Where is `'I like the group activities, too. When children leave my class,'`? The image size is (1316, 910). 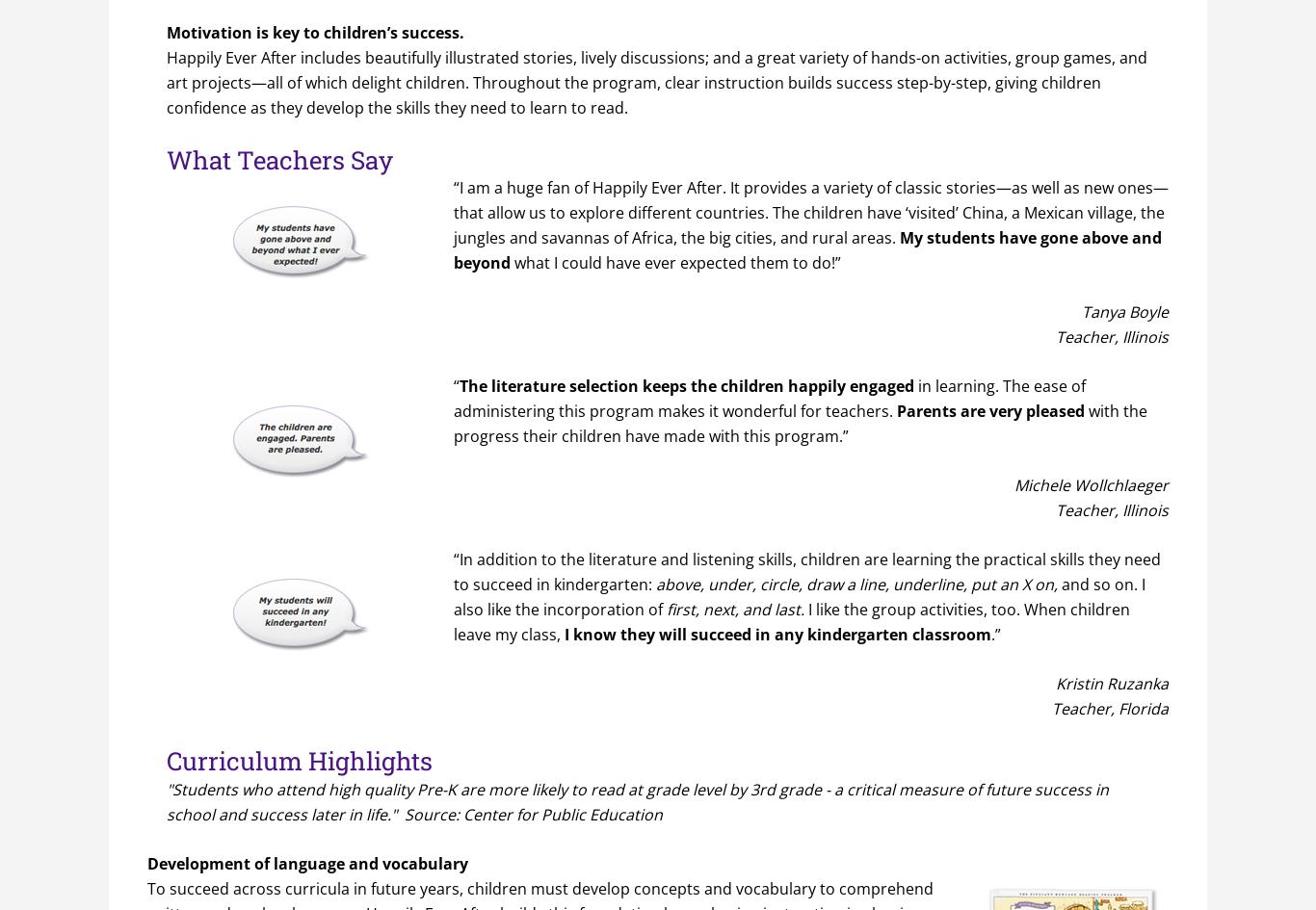 'I like the group activities, too. When children leave my class,' is located at coordinates (791, 621).